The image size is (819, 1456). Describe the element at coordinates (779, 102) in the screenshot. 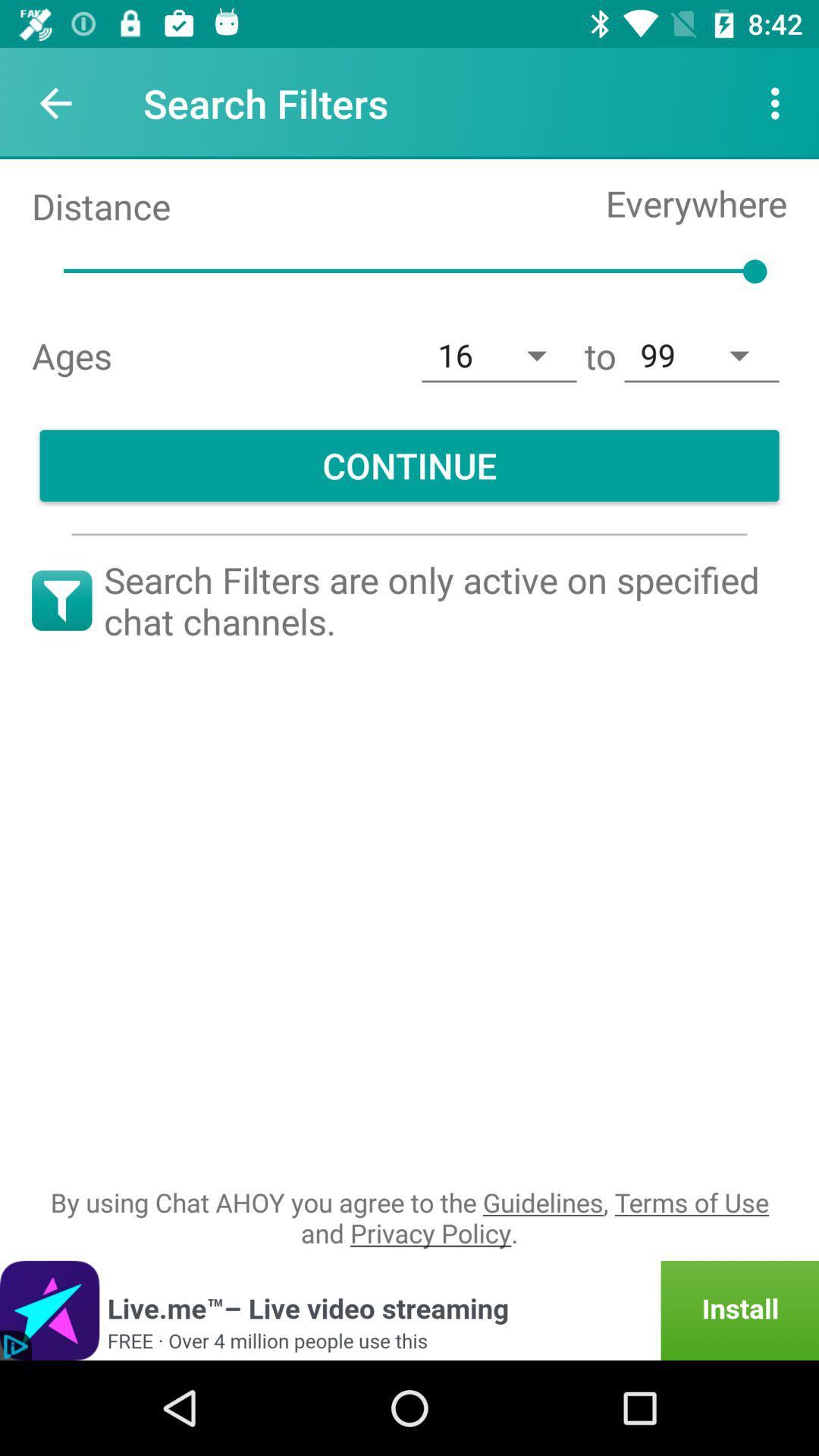

I see `the icon to the right of the search filters` at that location.